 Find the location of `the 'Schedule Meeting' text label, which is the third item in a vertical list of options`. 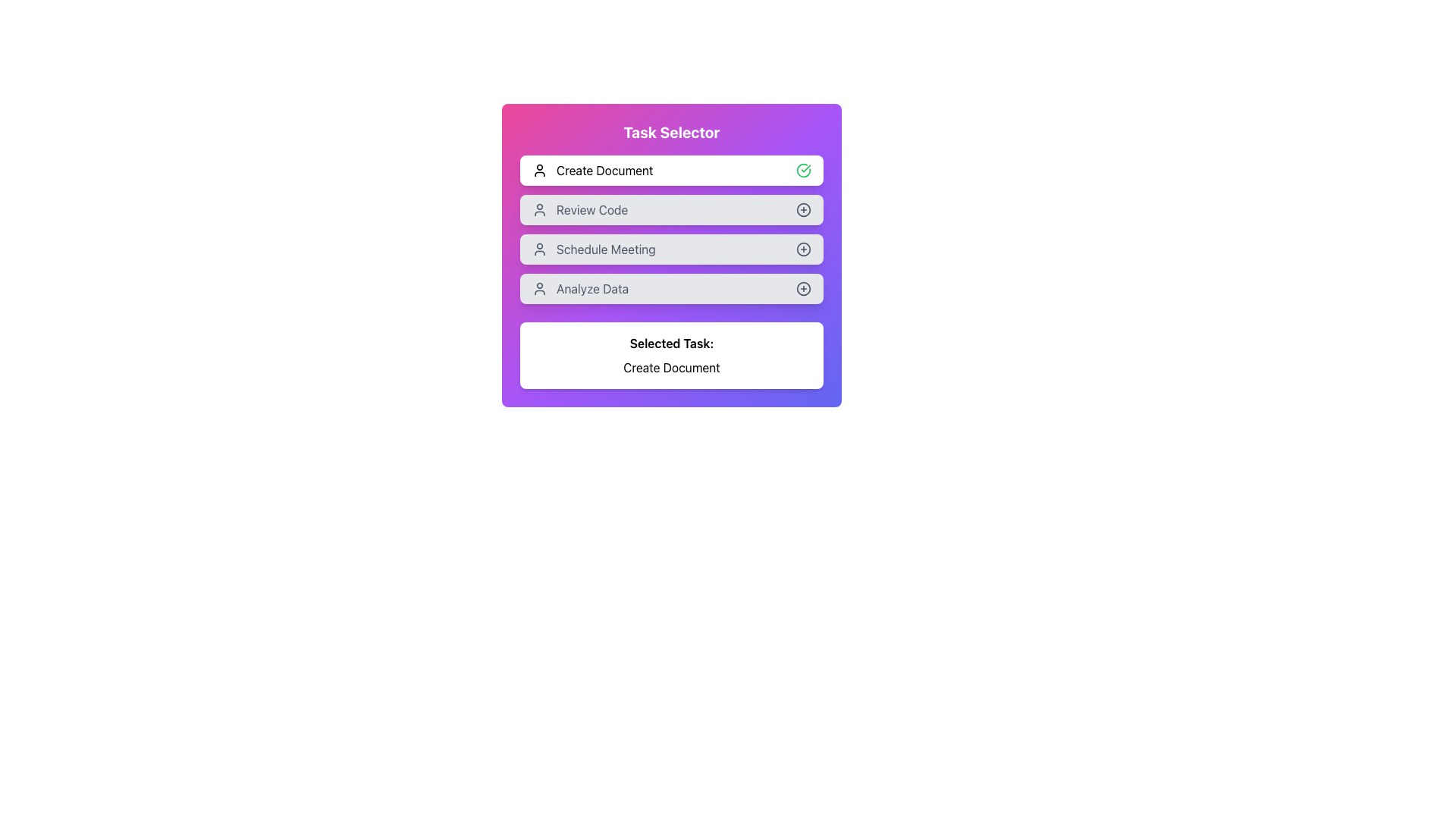

the 'Schedule Meeting' text label, which is the third item in a vertical list of options is located at coordinates (593, 248).